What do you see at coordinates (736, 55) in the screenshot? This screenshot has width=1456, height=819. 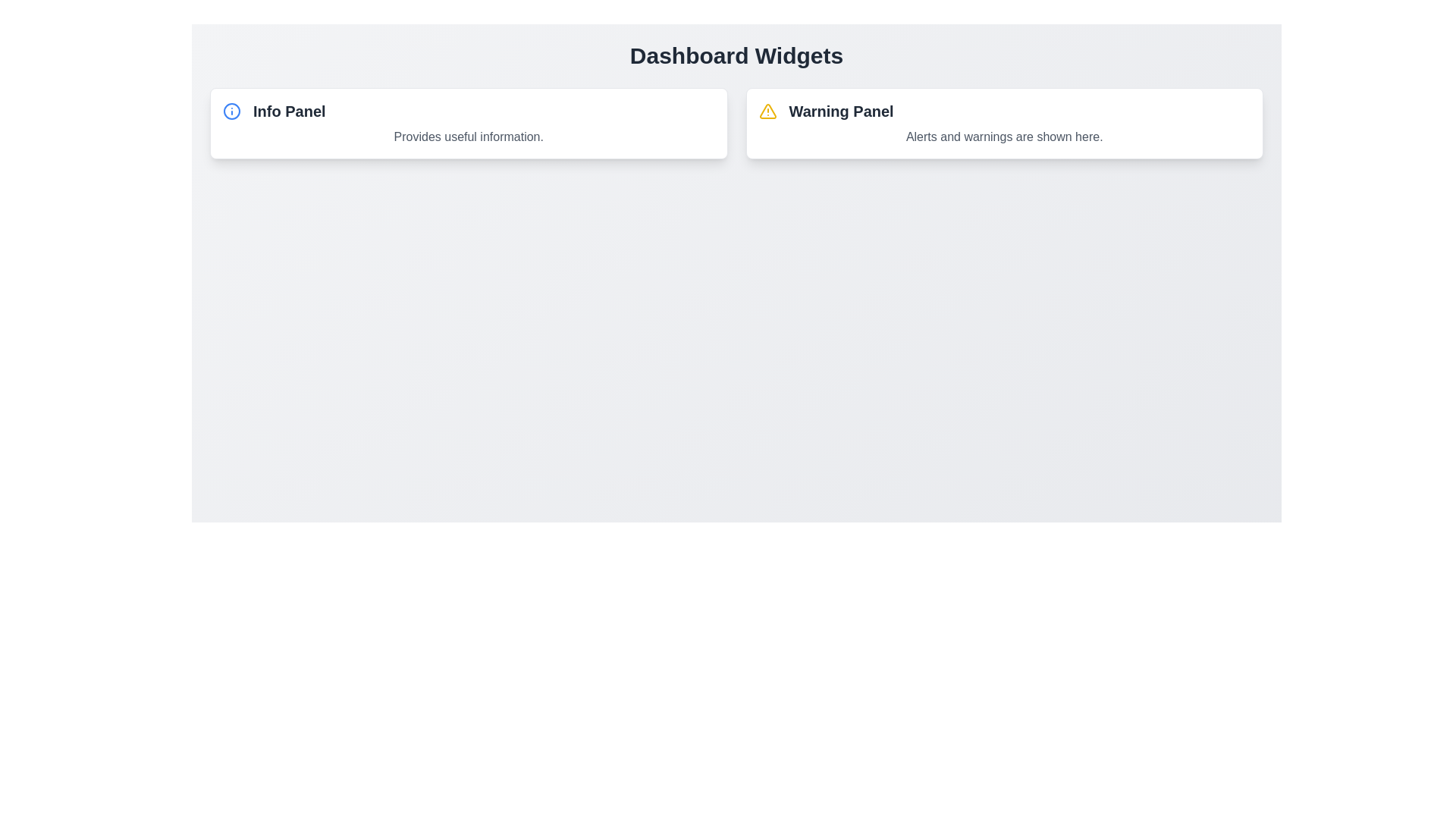 I see `the Static Text Header that serves as the page title, introducing the content and layout of the dashboard page` at bounding box center [736, 55].